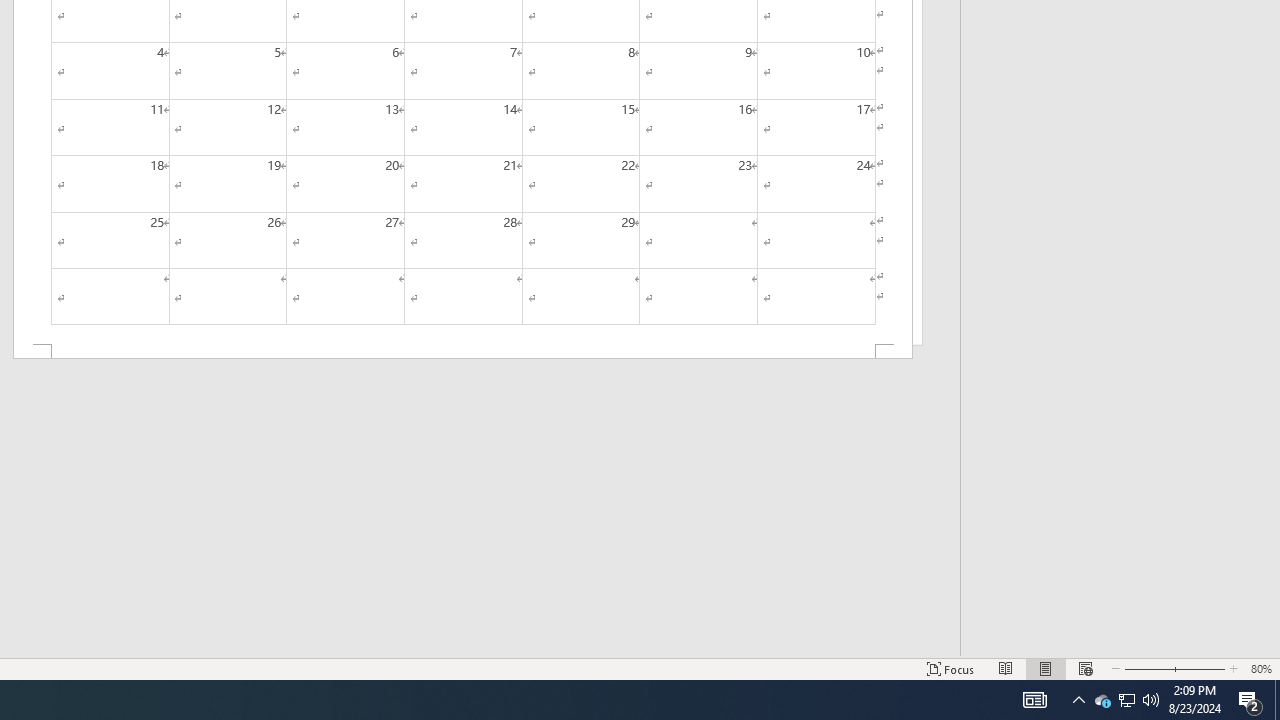 This screenshot has width=1280, height=720. What do you see at coordinates (950, 669) in the screenshot?
I see `'Focus '` at bounding box center [950, 669].